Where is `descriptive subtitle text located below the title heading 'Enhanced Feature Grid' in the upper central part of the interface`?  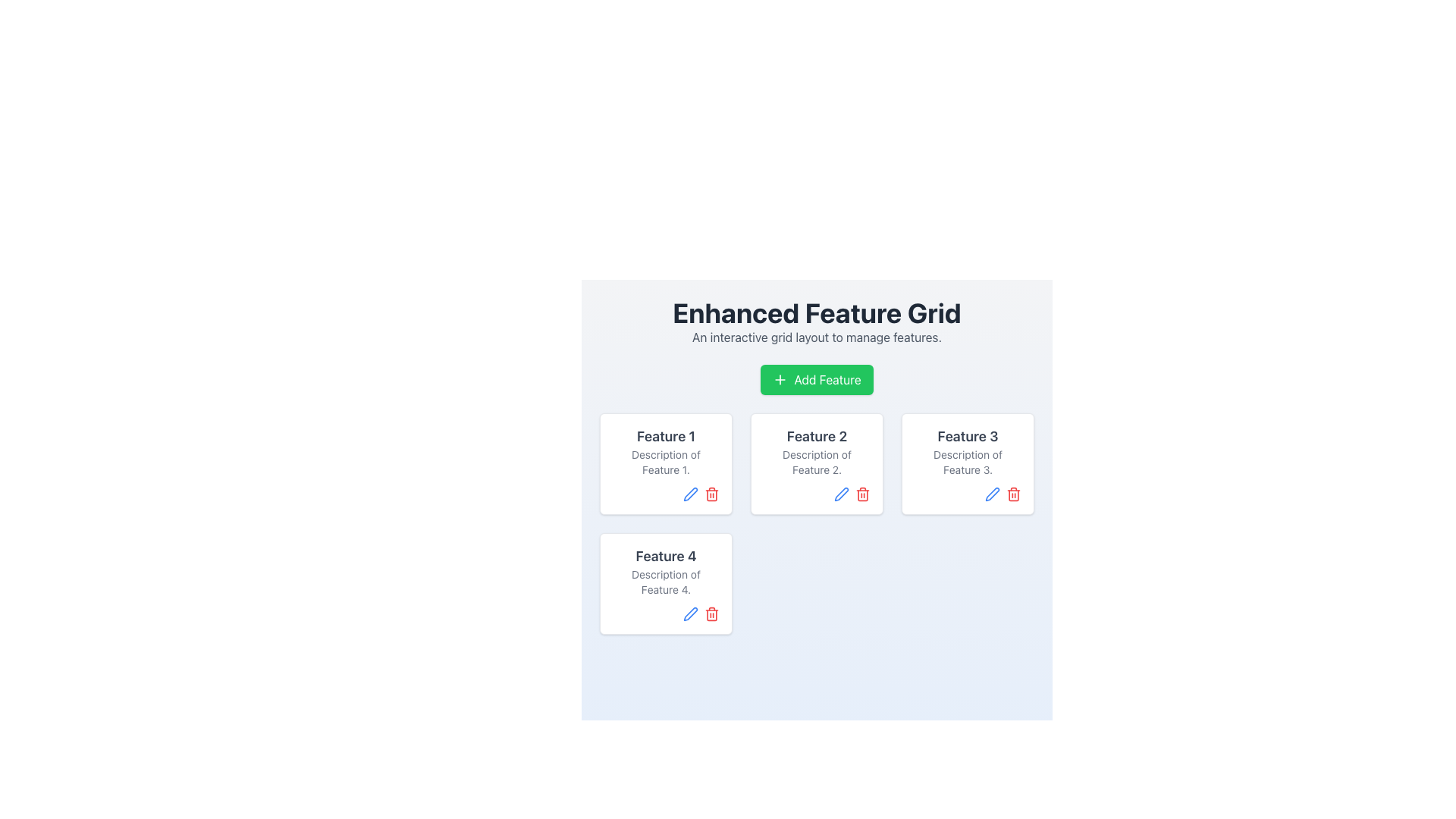
descriptive subtitle text located below the title heading 'Enhanced Feature Grid' in the upper central part of the interface is located at coordinates (816, 336).